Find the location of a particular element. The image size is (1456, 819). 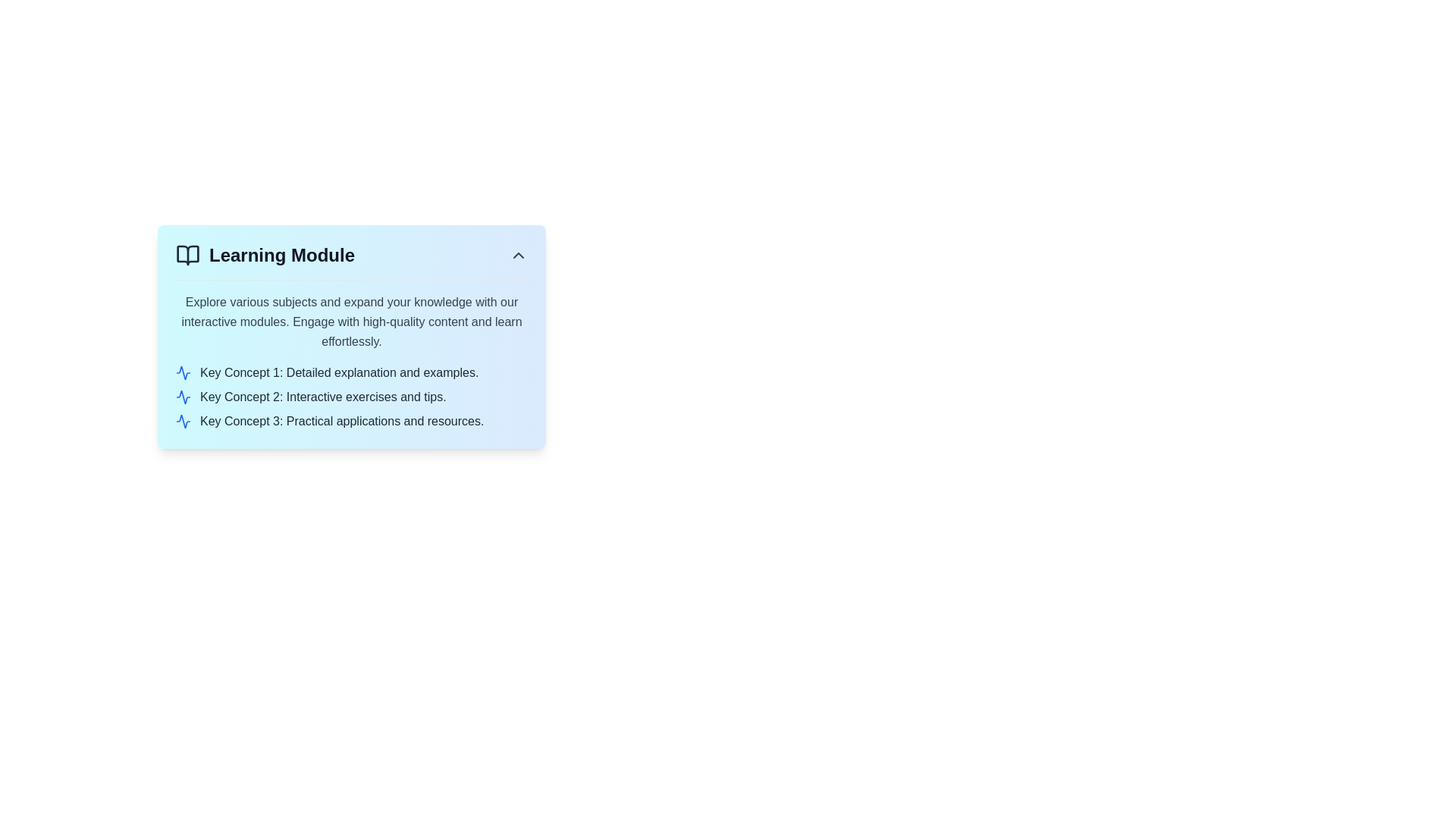

the book icon, which is a dark gray graphic representing an educational context, located to the left of the 'Learning Module' text is located at coordinates (187, 254).